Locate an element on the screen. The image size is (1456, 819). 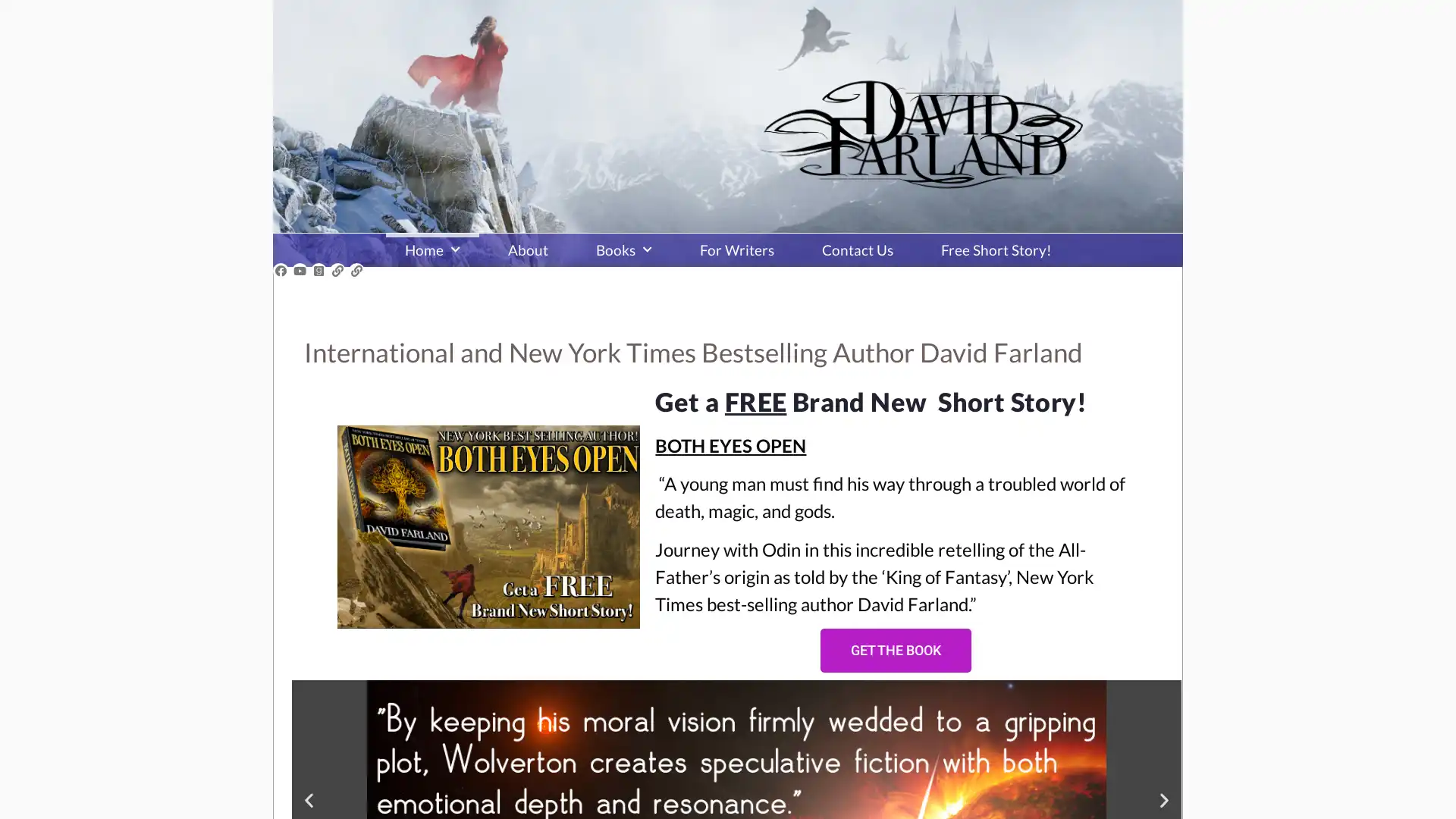
GET THE BOOK is located at coordinates (860, 533).